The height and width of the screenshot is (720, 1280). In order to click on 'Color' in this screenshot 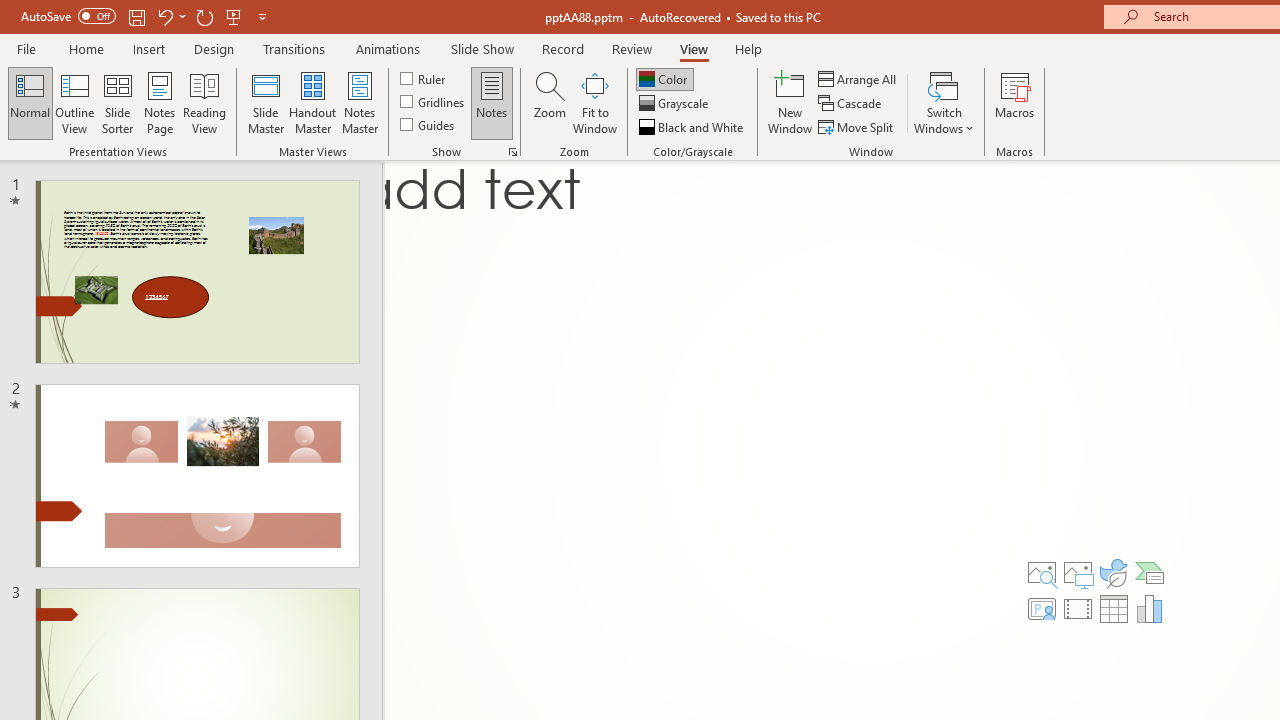, I will do `click(664, 78)`.